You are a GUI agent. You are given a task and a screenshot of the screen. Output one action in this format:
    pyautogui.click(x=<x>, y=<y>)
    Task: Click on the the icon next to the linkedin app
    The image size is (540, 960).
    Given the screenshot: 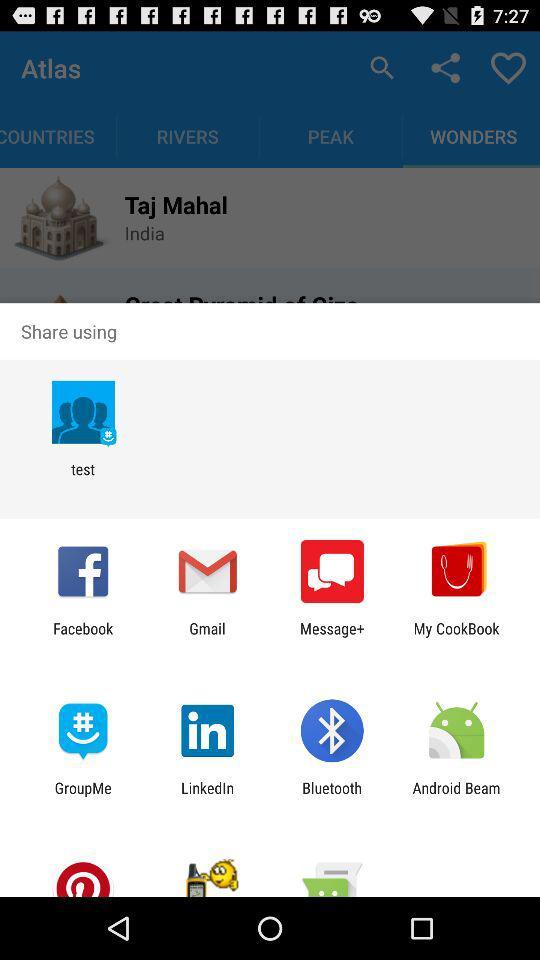 What is the action you would take?
    pyautogui.click(x=332, y=796)
    